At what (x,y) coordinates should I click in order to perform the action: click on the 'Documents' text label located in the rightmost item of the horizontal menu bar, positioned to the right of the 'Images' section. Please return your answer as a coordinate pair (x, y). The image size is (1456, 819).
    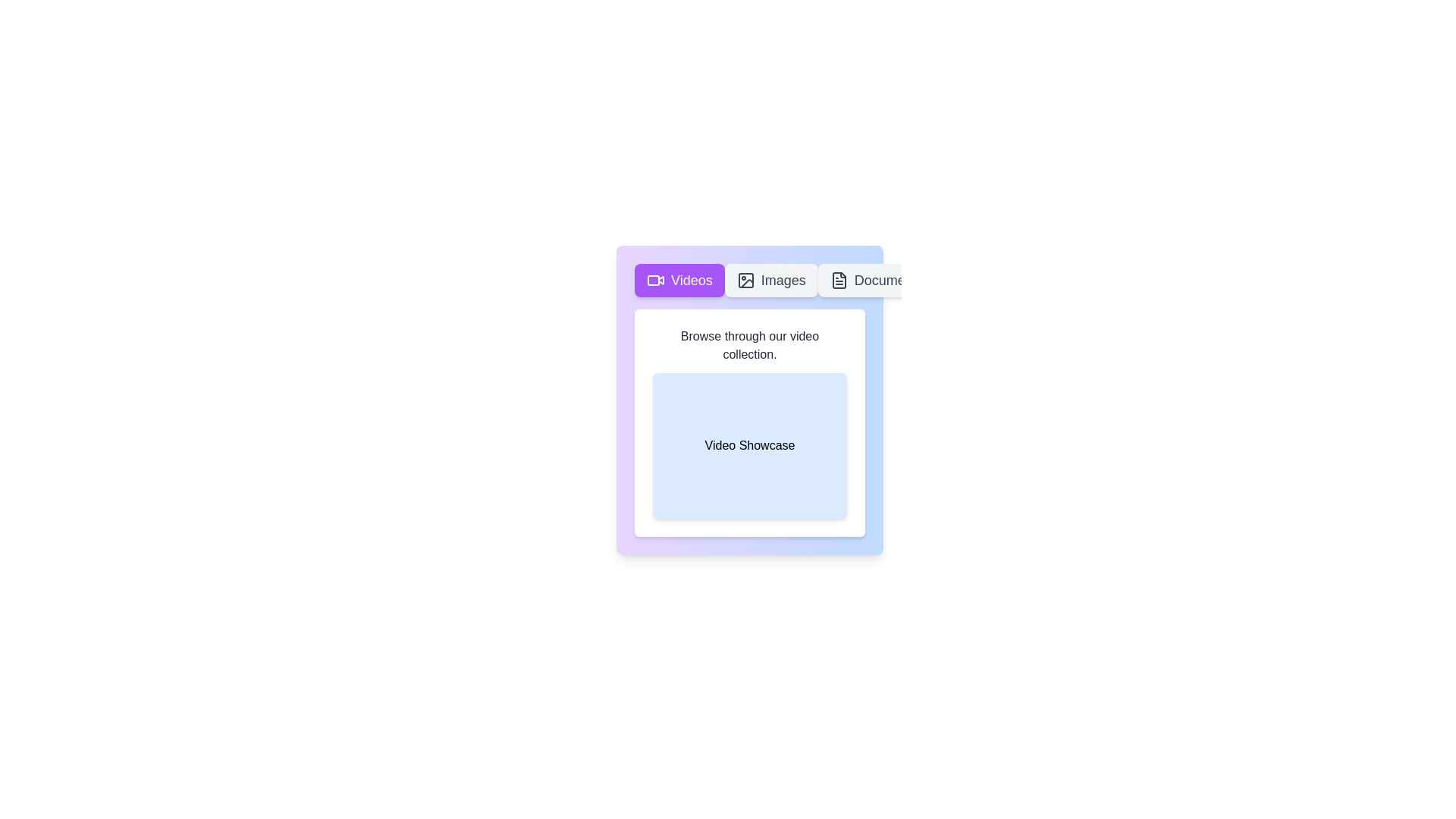
    Looking at the image, I should click on (889, 281).